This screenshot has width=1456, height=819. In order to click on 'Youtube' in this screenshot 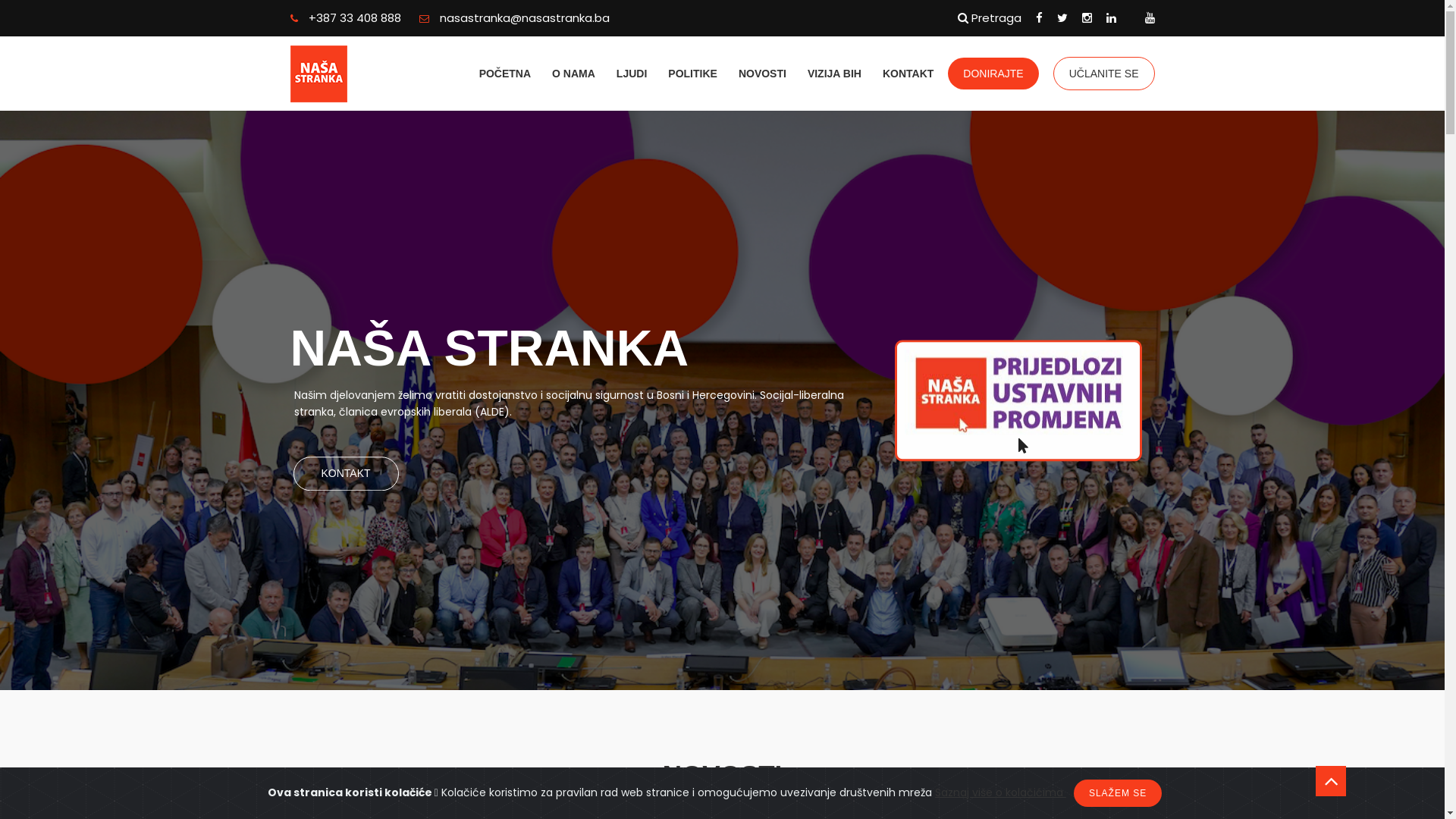, I will do `click(1150, 17)`.